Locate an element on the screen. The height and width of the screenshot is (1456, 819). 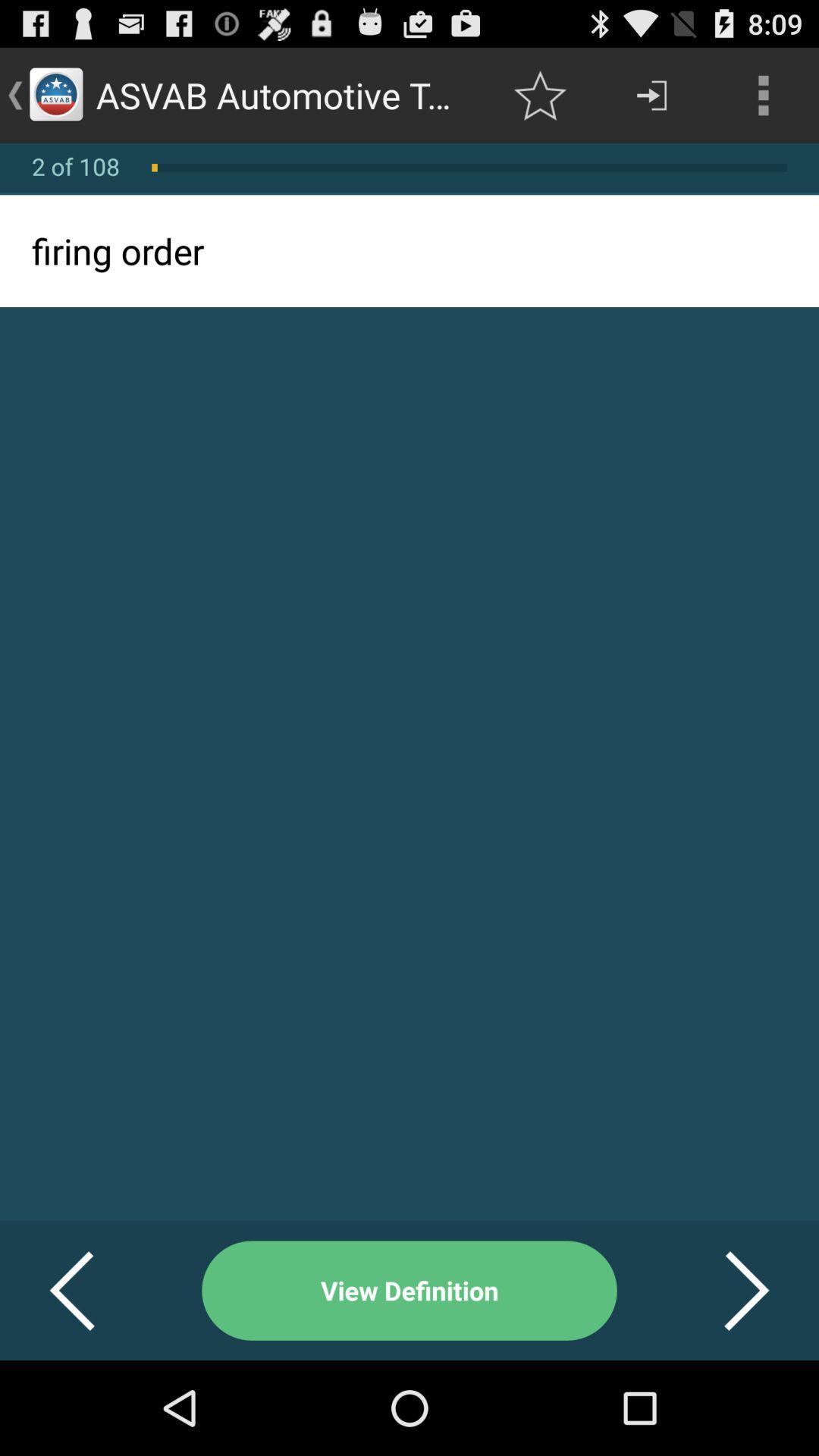
the button to the left of view definition item is located at coordinates (90, 1290).